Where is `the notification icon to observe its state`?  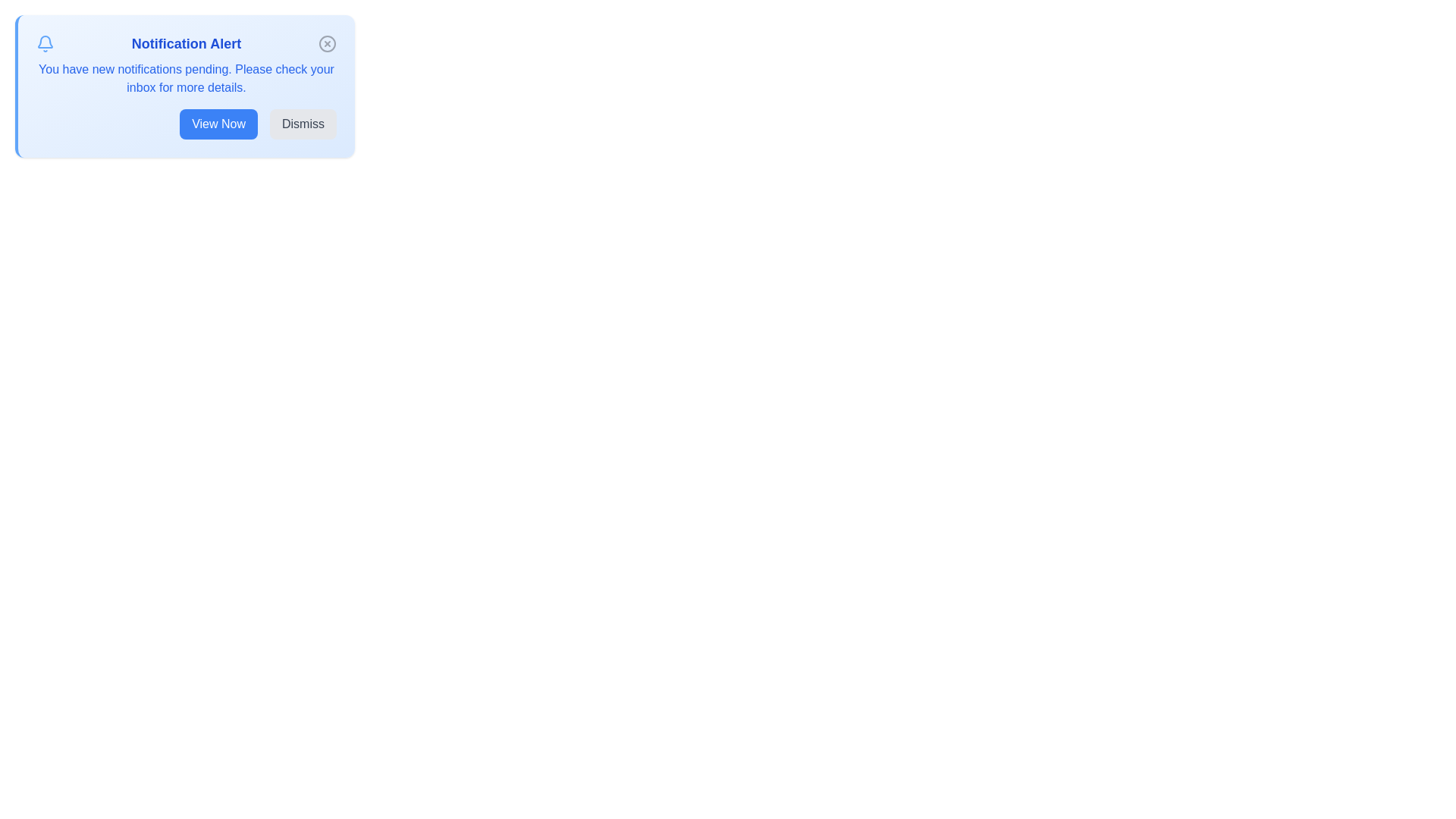
the notification icon to observe its state is located at coordinates (45, 42).